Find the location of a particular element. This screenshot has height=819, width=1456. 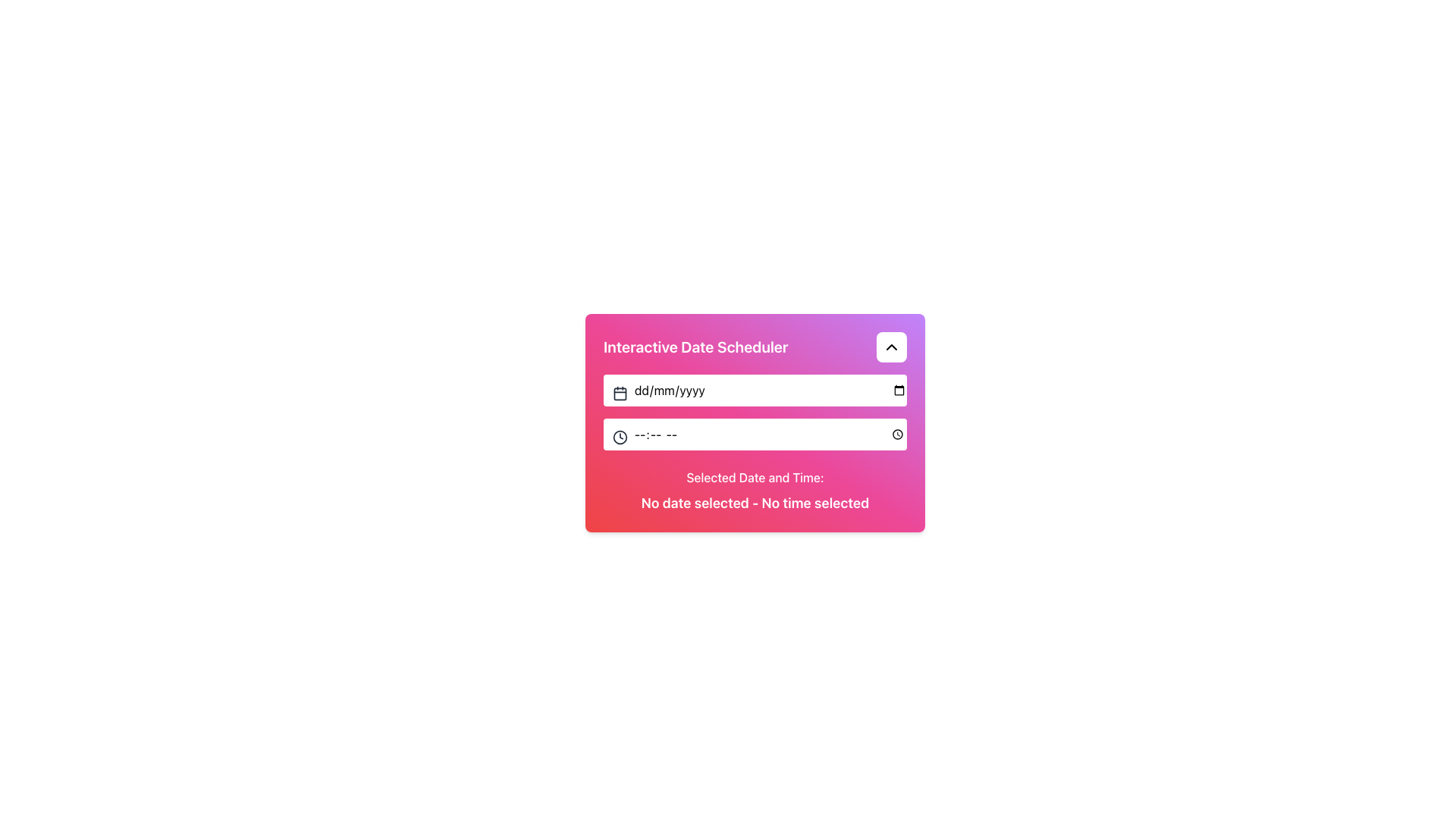

the calendar icon which is the leftmost element in the date input field group, adjacent to the 'dd/mm/yyyy' placeholder text is located at coordinates (620, 391).